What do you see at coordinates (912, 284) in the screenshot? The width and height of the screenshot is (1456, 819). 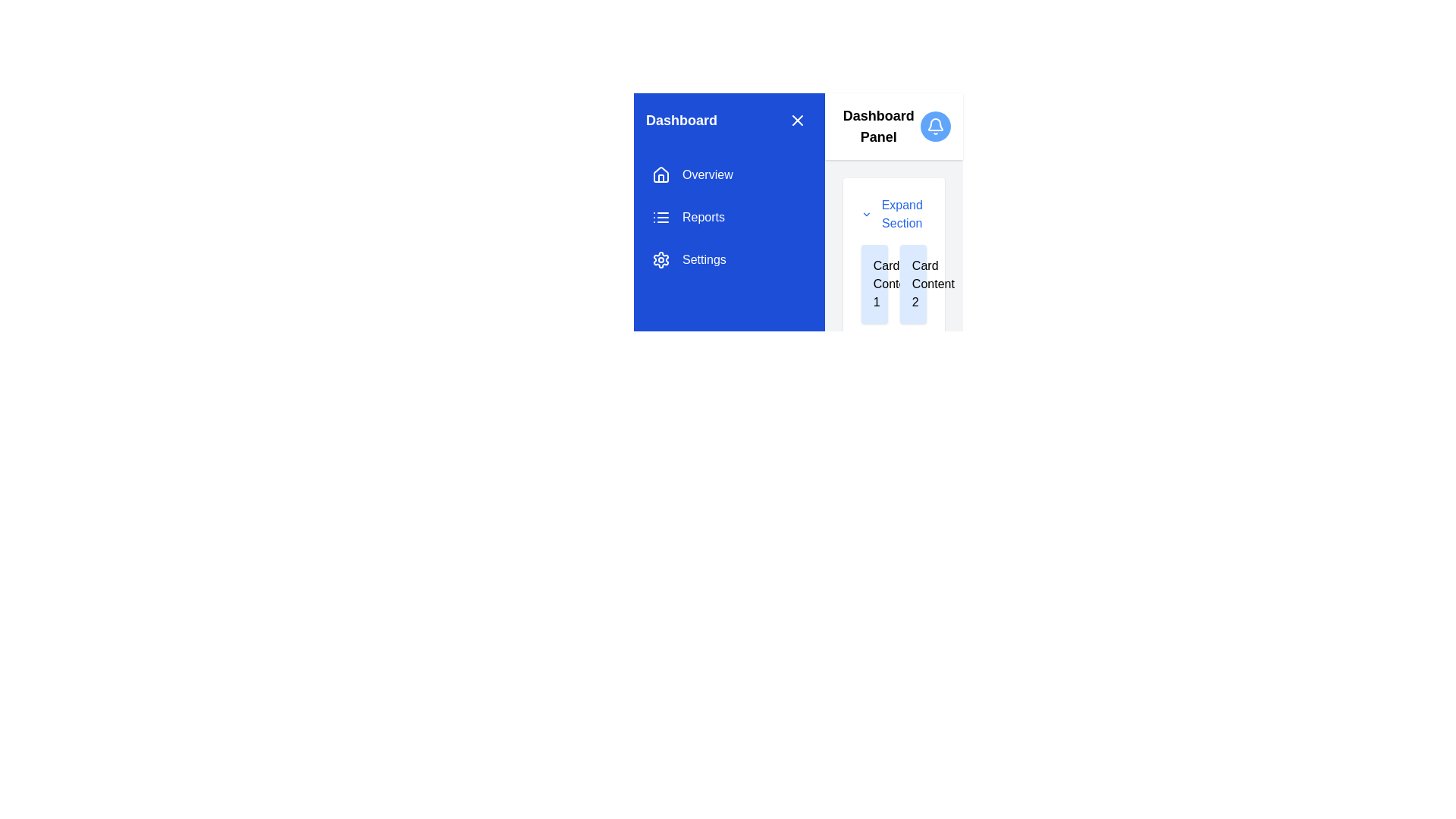 I see `the text label 'Card Content 2' within the card component on the right-hand side of the interface` at bounding box center [912, 284].